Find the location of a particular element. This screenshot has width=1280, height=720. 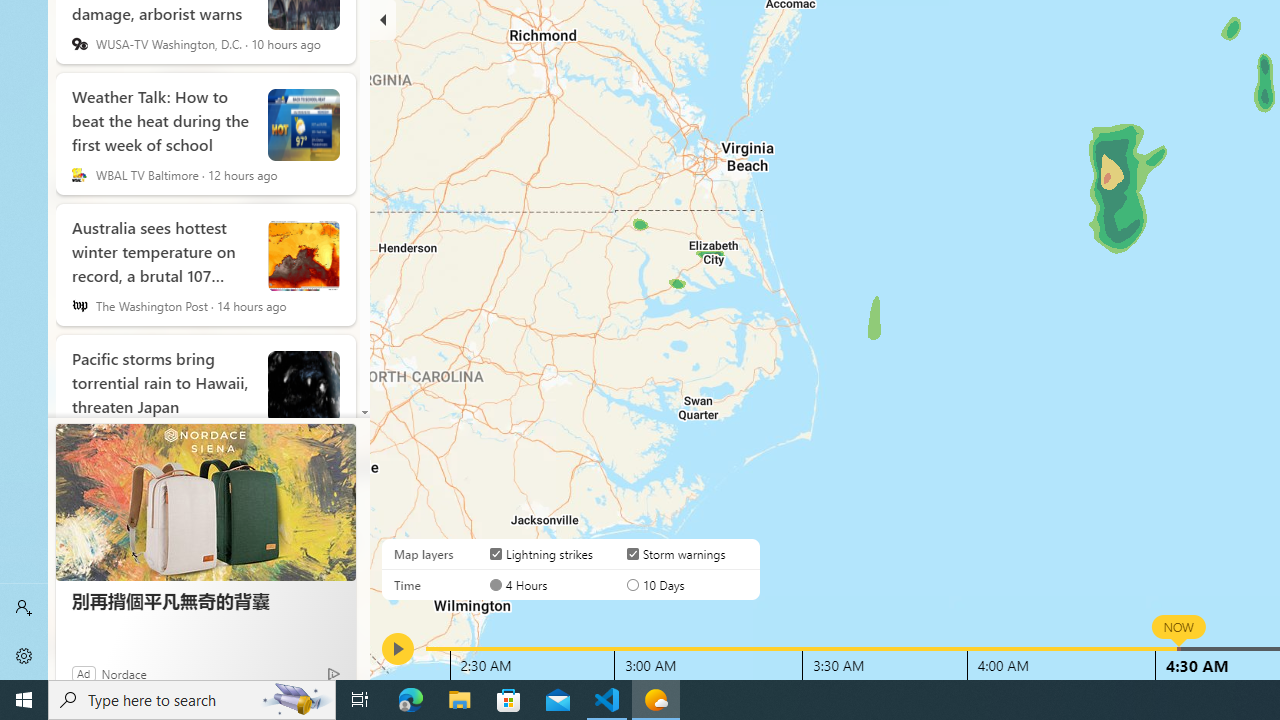

'Settings' is located at coordinates (24, 655).